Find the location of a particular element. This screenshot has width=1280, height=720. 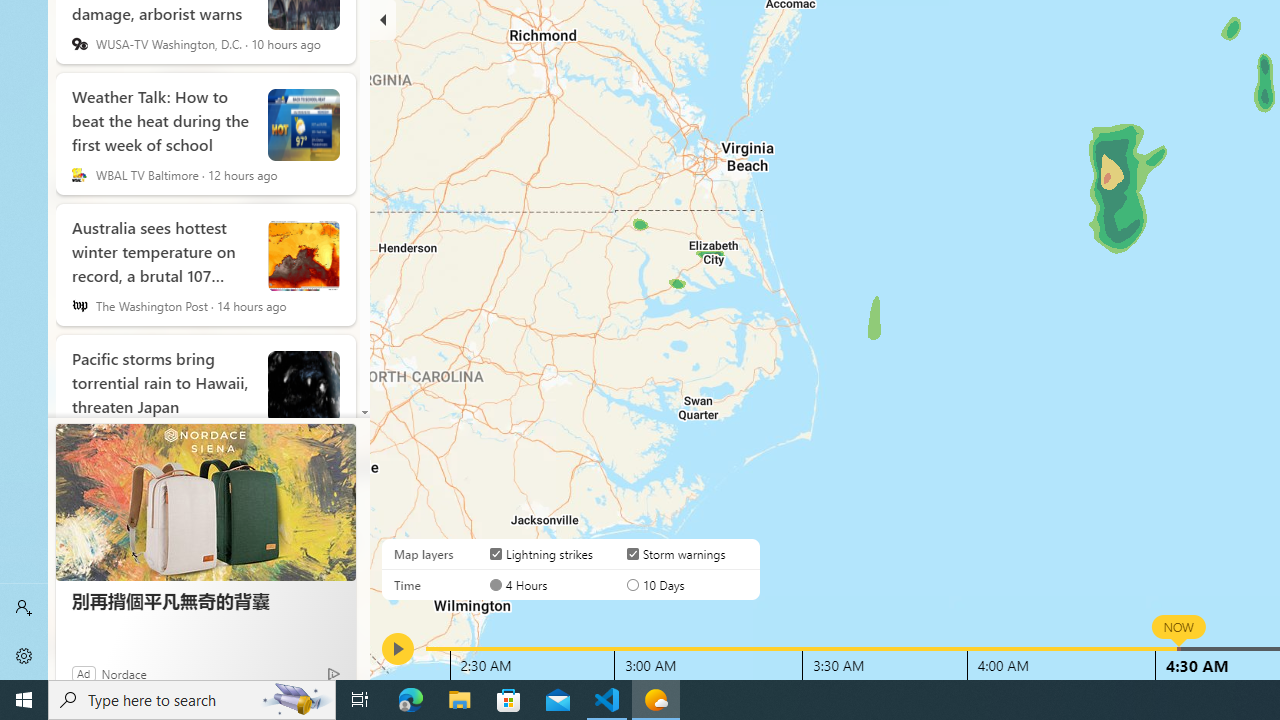

'Settings' is located at coordinates (24, 655).